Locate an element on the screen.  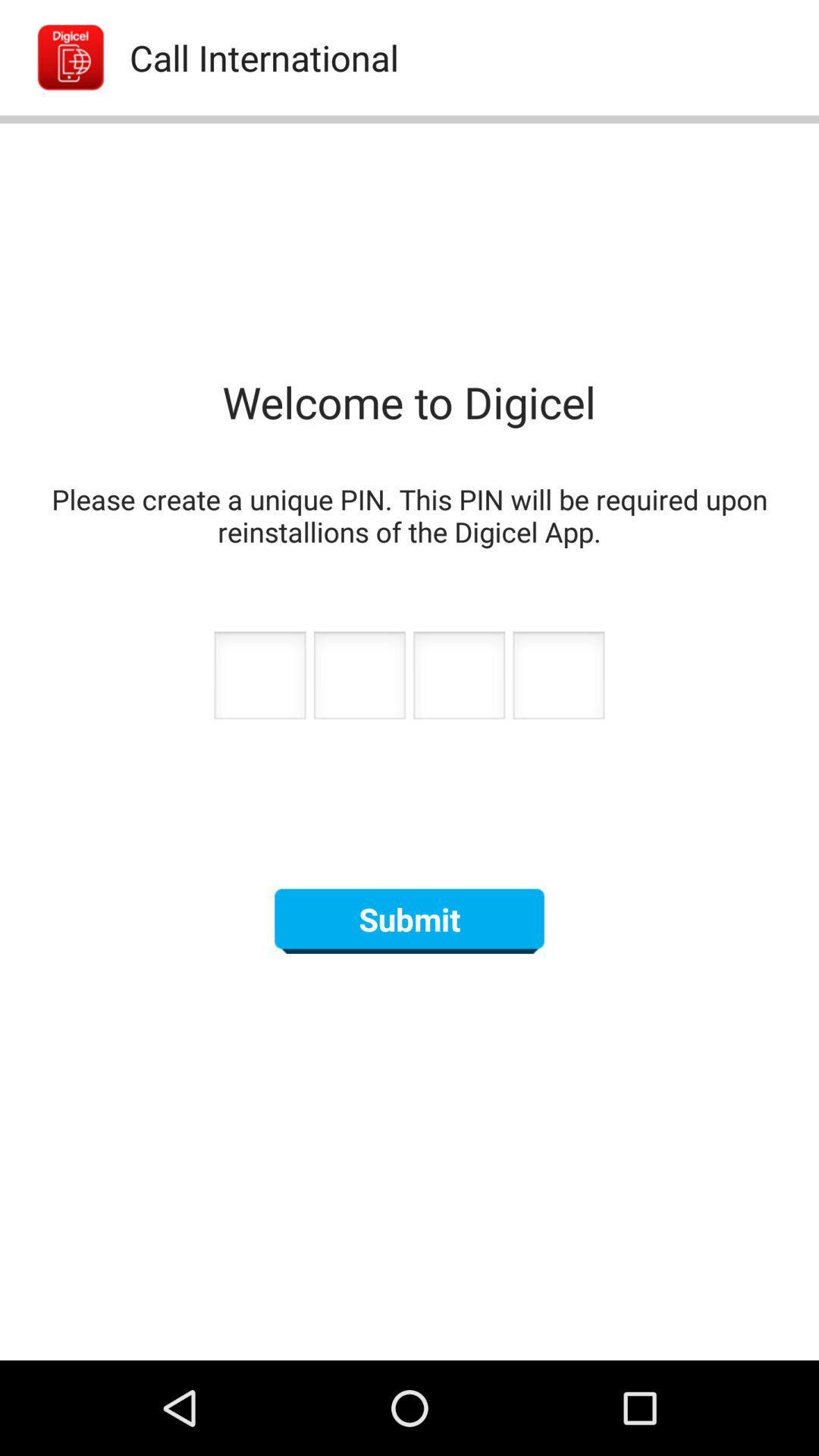
the first text for a unique pin is located at coordinates (259, 679).